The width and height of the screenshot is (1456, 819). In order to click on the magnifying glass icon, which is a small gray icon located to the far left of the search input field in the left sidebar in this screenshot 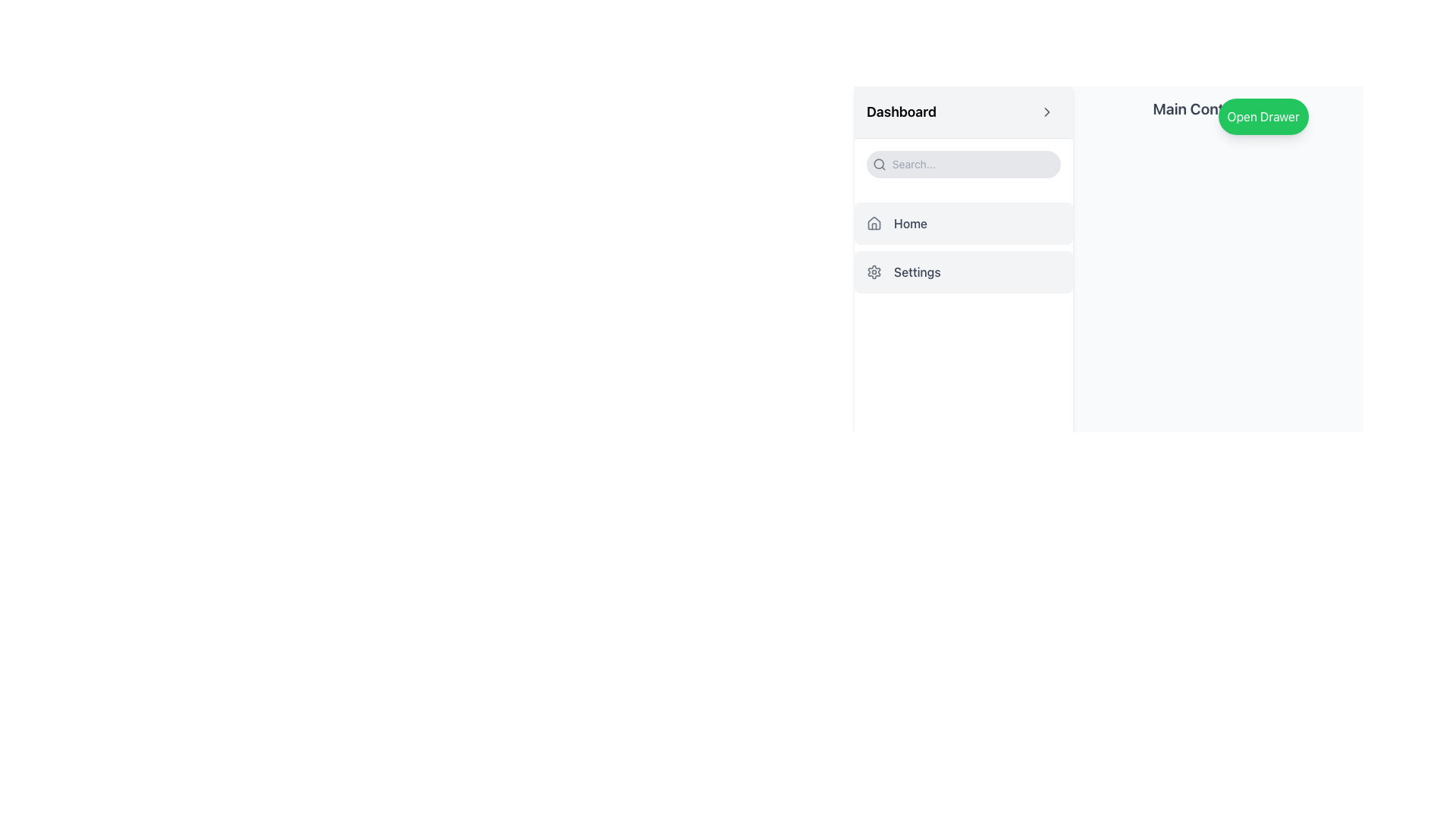, I will do `click(879, 164)`.